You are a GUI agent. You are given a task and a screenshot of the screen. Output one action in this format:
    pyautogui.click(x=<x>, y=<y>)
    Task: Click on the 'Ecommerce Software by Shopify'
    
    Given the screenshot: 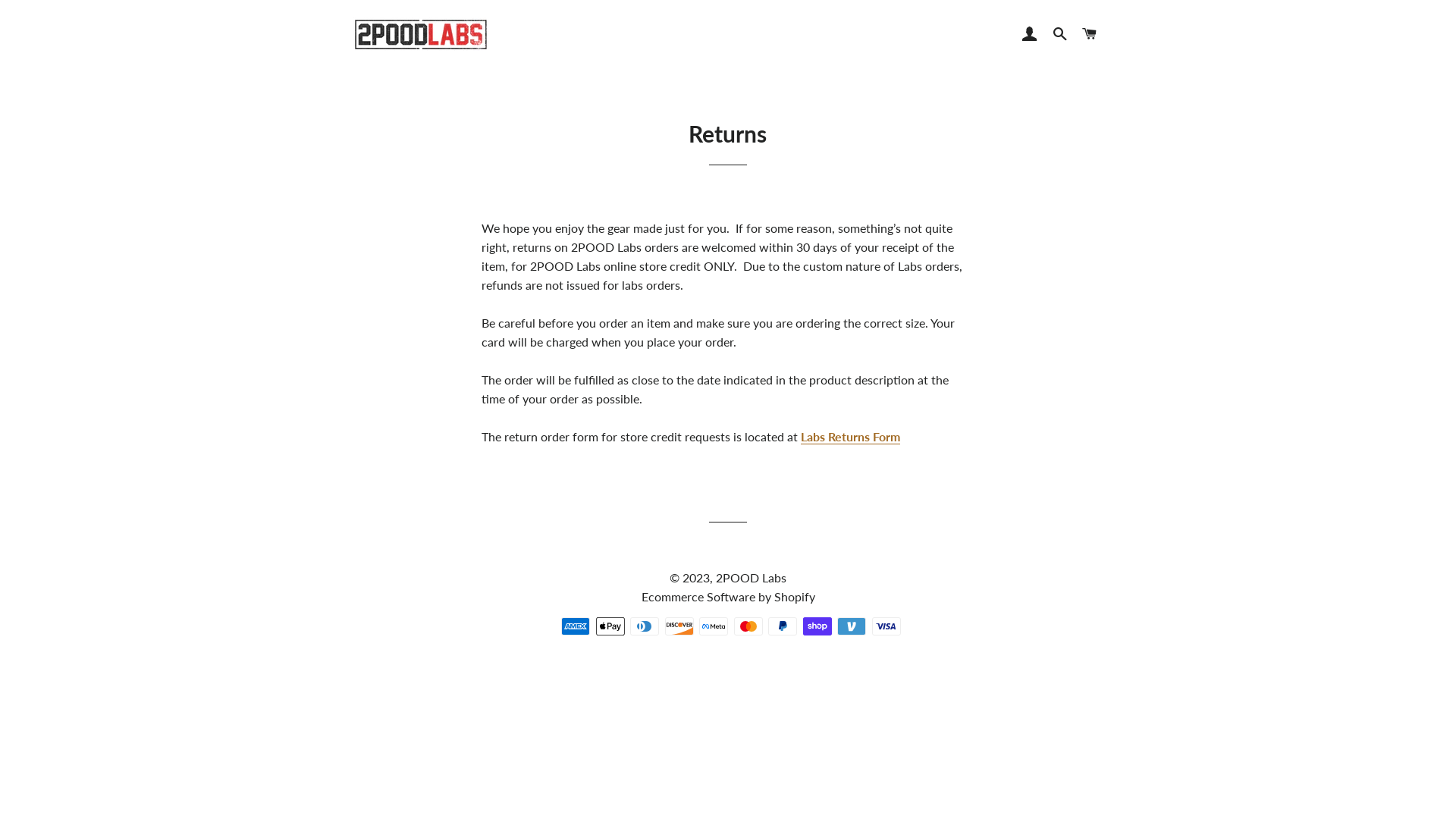 What is the action you would take?
    pyautogui.click(x=728, y=595)
    